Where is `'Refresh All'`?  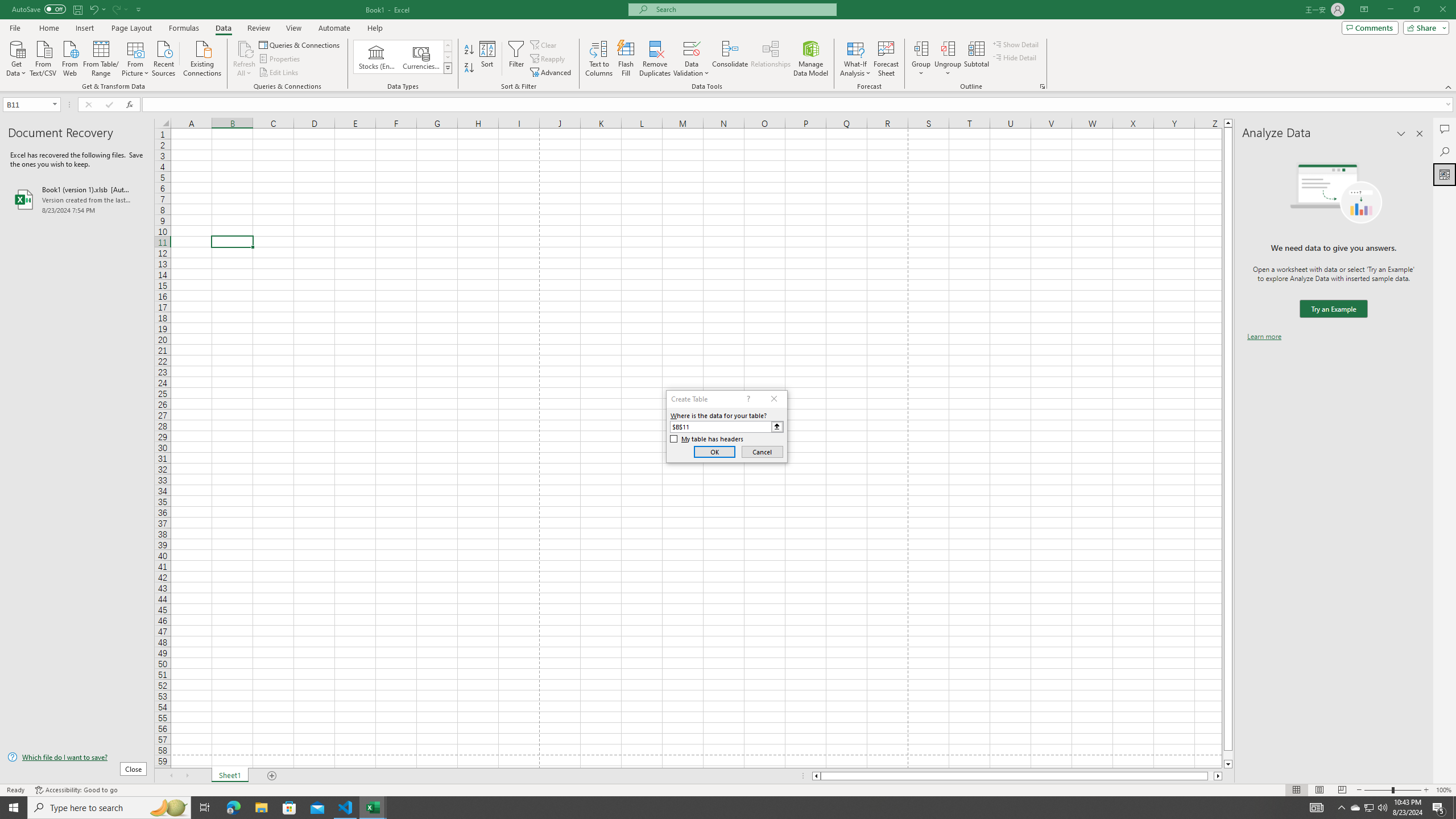 'Refresh All' is located at coordinates (244, 59).